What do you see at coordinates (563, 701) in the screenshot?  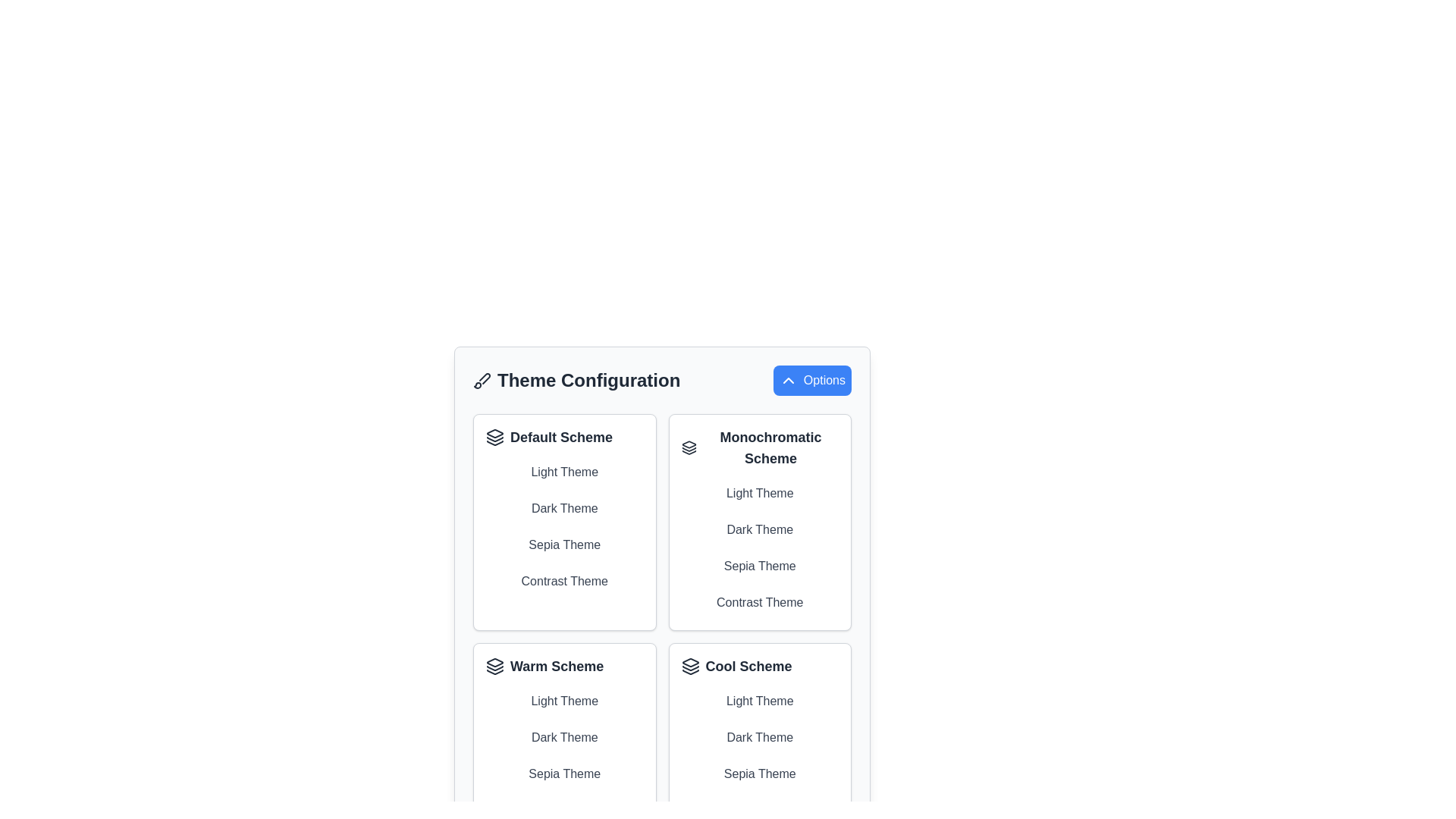 I see `the 'Light Theme' selectable text label located under the 'Warm Scheme' section in the bottom-left quadrant of the interface` at bounding box center [563, 701].